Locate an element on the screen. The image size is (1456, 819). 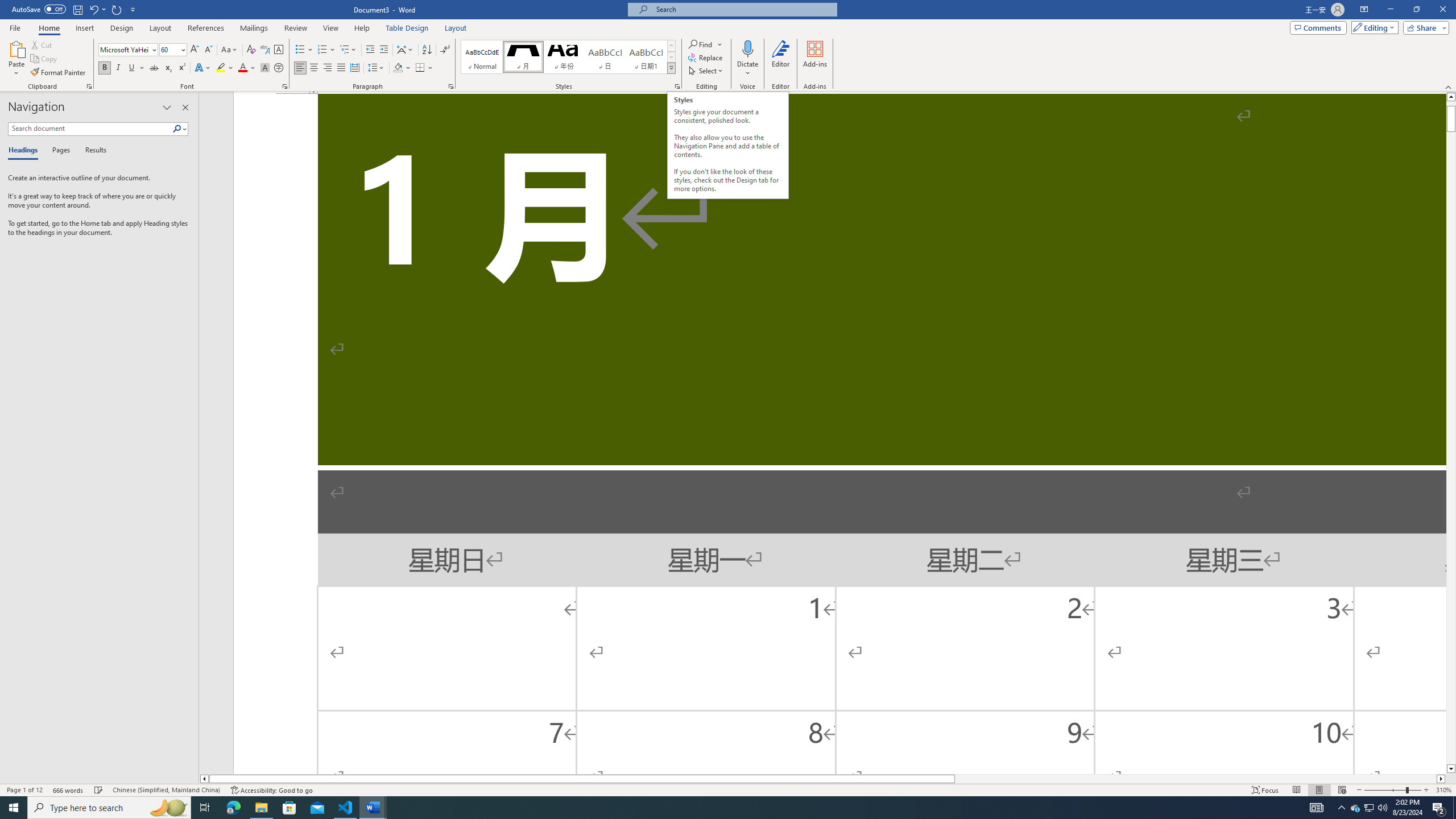
'Sort...' is located at coordinates (427, 49).